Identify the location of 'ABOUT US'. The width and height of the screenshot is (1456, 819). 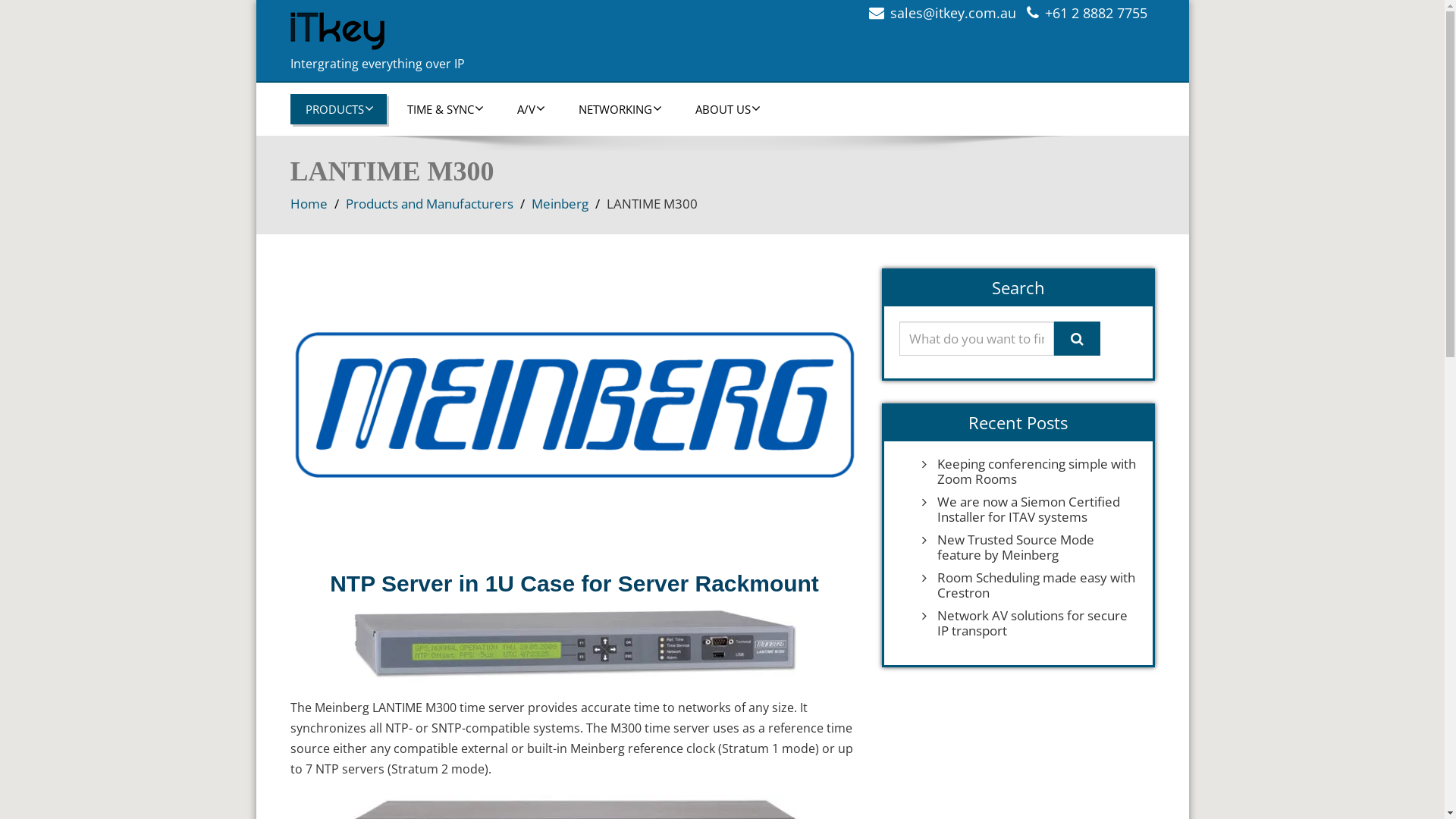
(679, 108).